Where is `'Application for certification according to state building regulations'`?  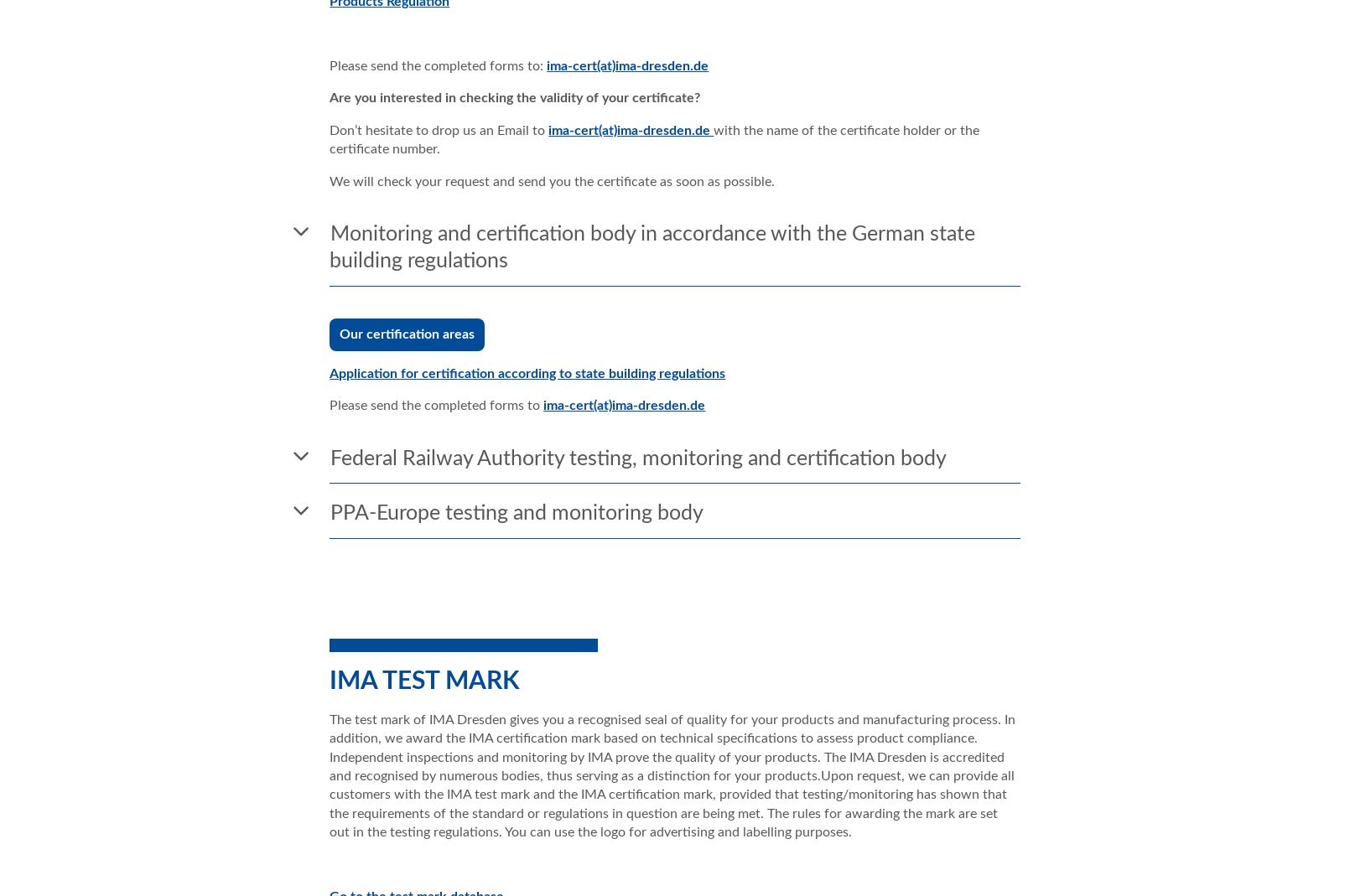 'Application for certification according to state building regulations' is located at coordinates (527, 372).